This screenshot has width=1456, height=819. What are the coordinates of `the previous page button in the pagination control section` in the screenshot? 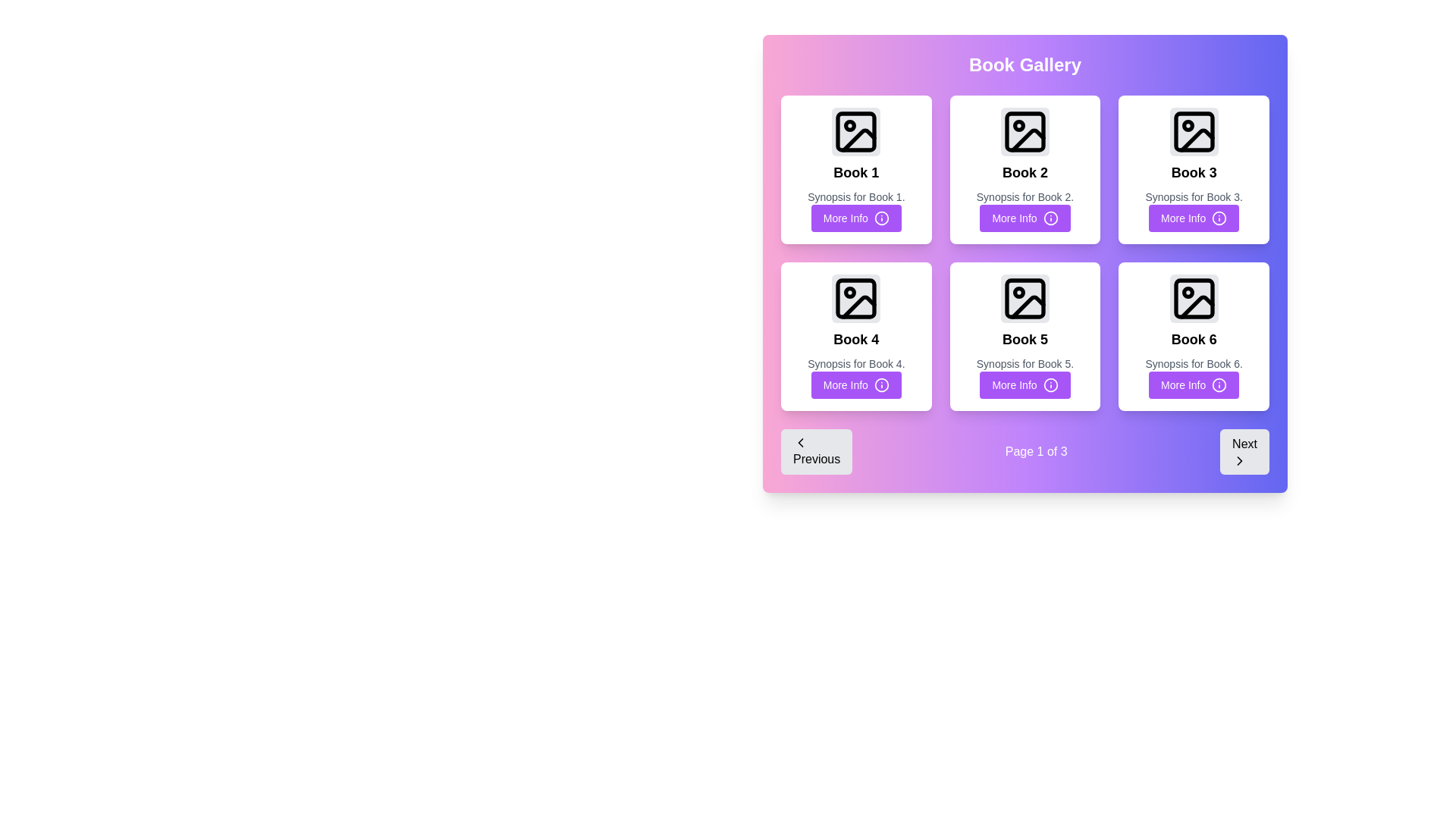 It's located at (816, 451).